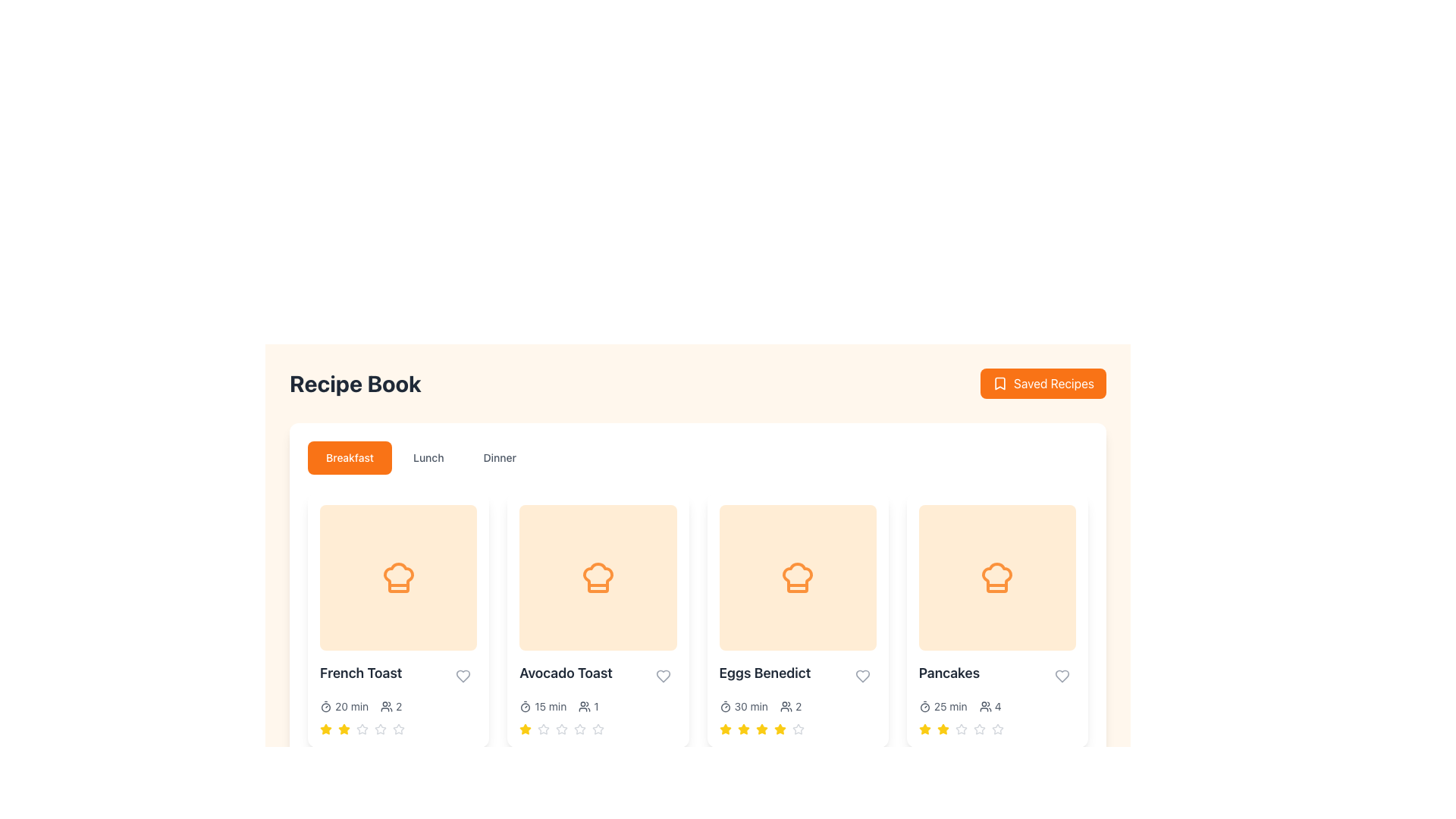 The image size is (1456, 819). I want to click on the icon indicating the number of people associated with the 'Pancakes' recipe, which displays the number 4 next to an avatar icon, so click(985, 707).